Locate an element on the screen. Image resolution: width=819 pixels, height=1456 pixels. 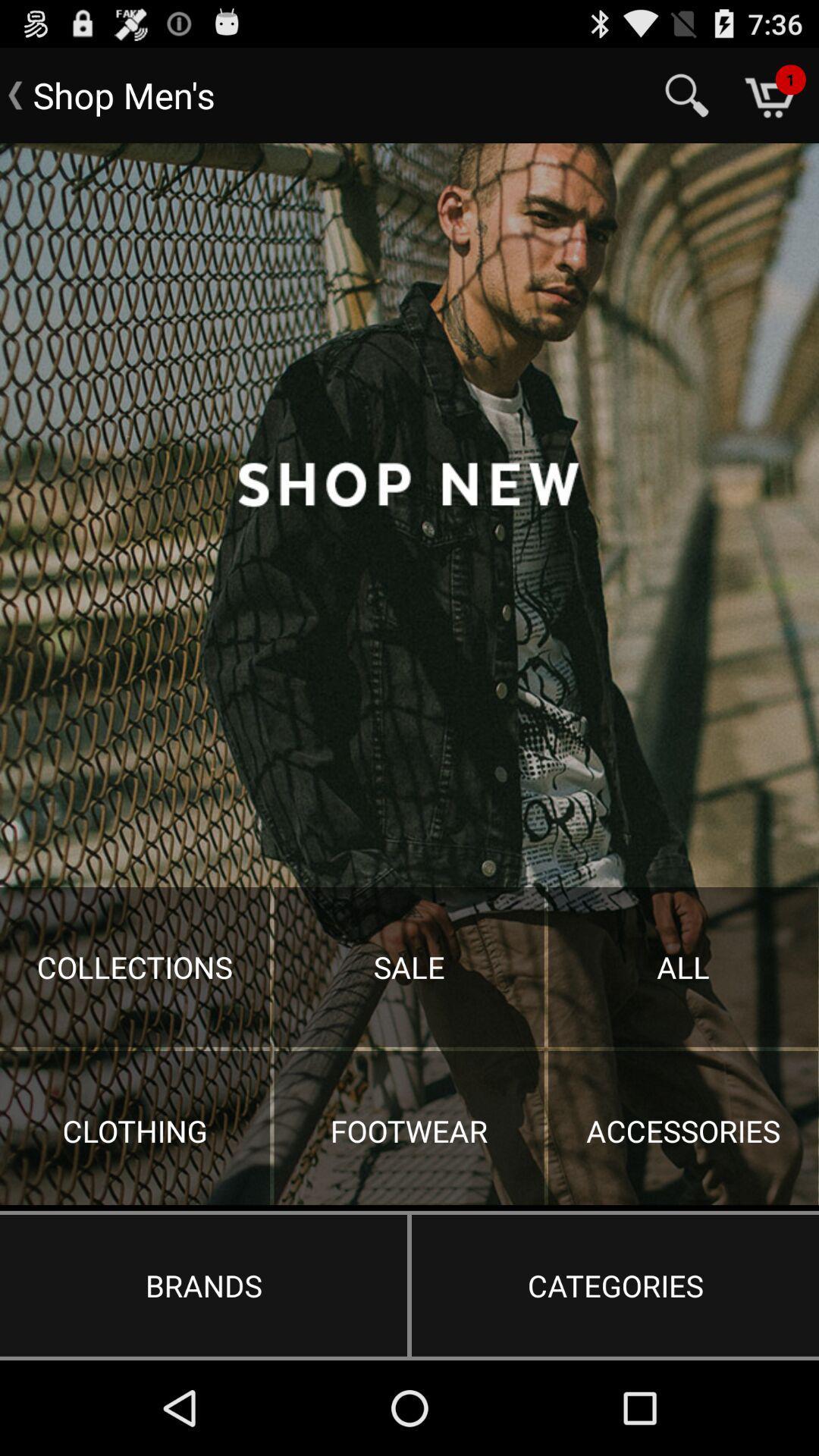
the button next to brands item is located at coordinates (615, 1285).